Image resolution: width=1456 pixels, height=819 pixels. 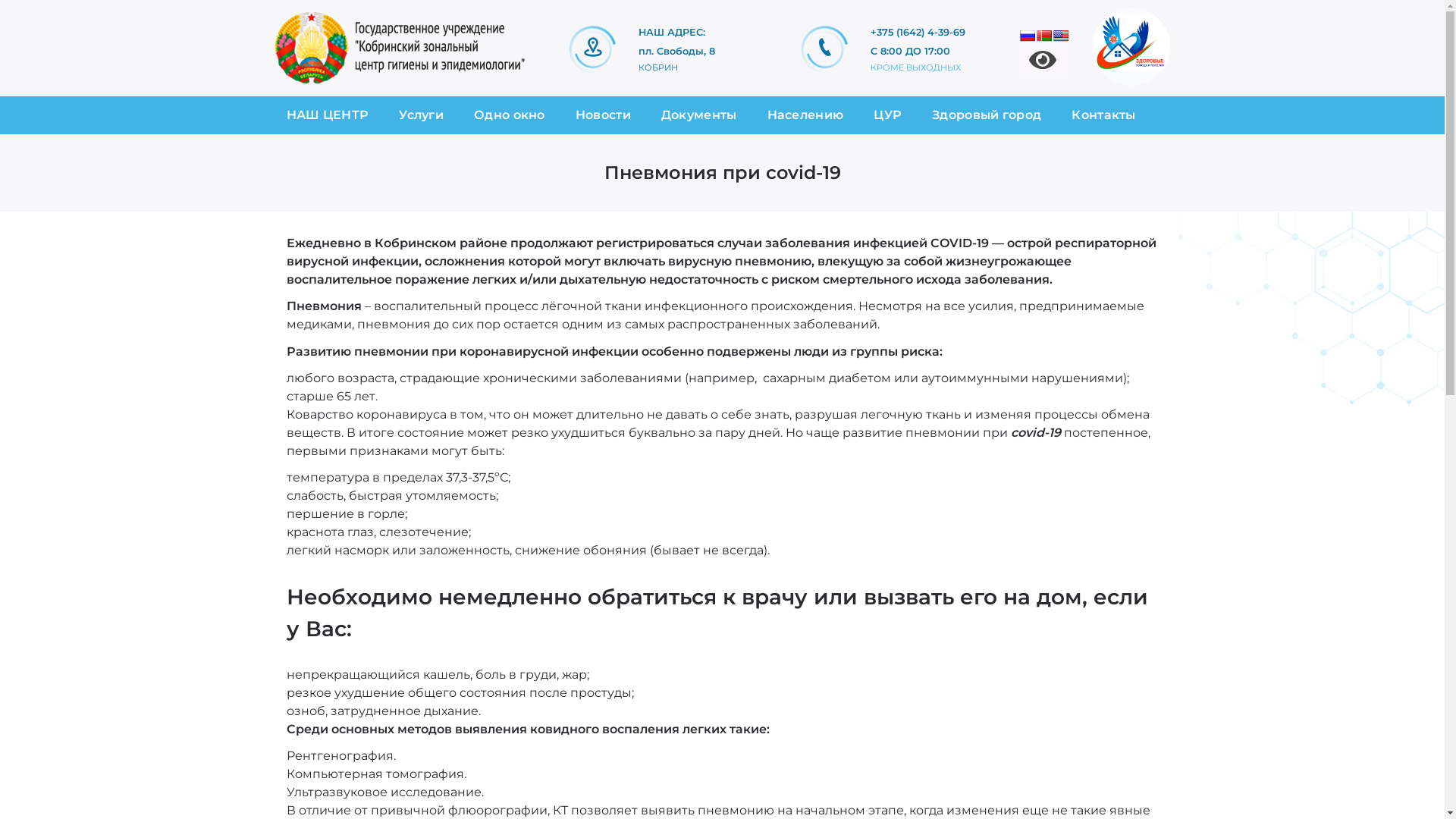 What do you see at coordinates (1052, 34) in the screenshot?
I see `'English'` at bounding box center [1052, 34].